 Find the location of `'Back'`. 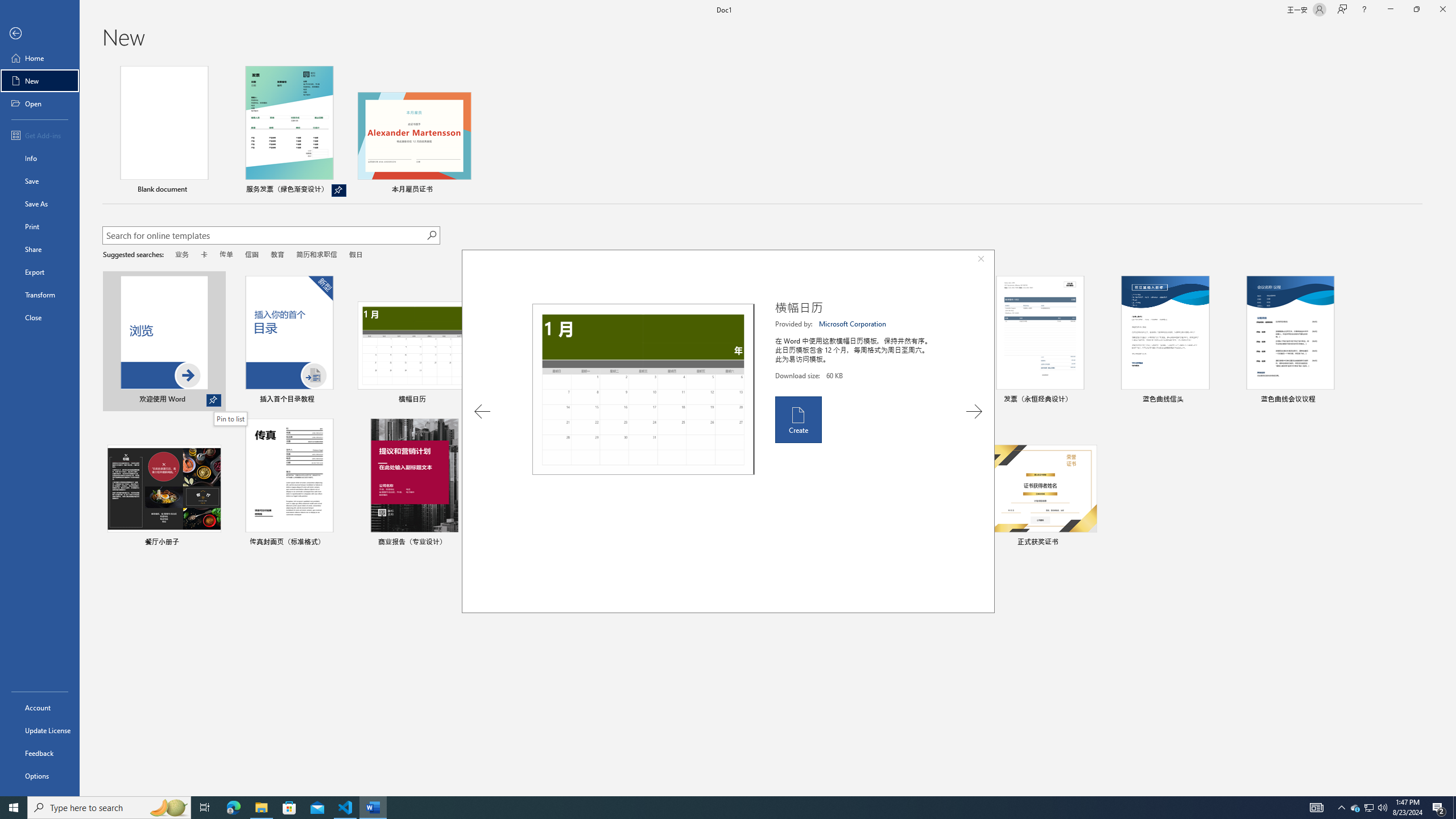

'Back' is located at coordinates (39, 33).